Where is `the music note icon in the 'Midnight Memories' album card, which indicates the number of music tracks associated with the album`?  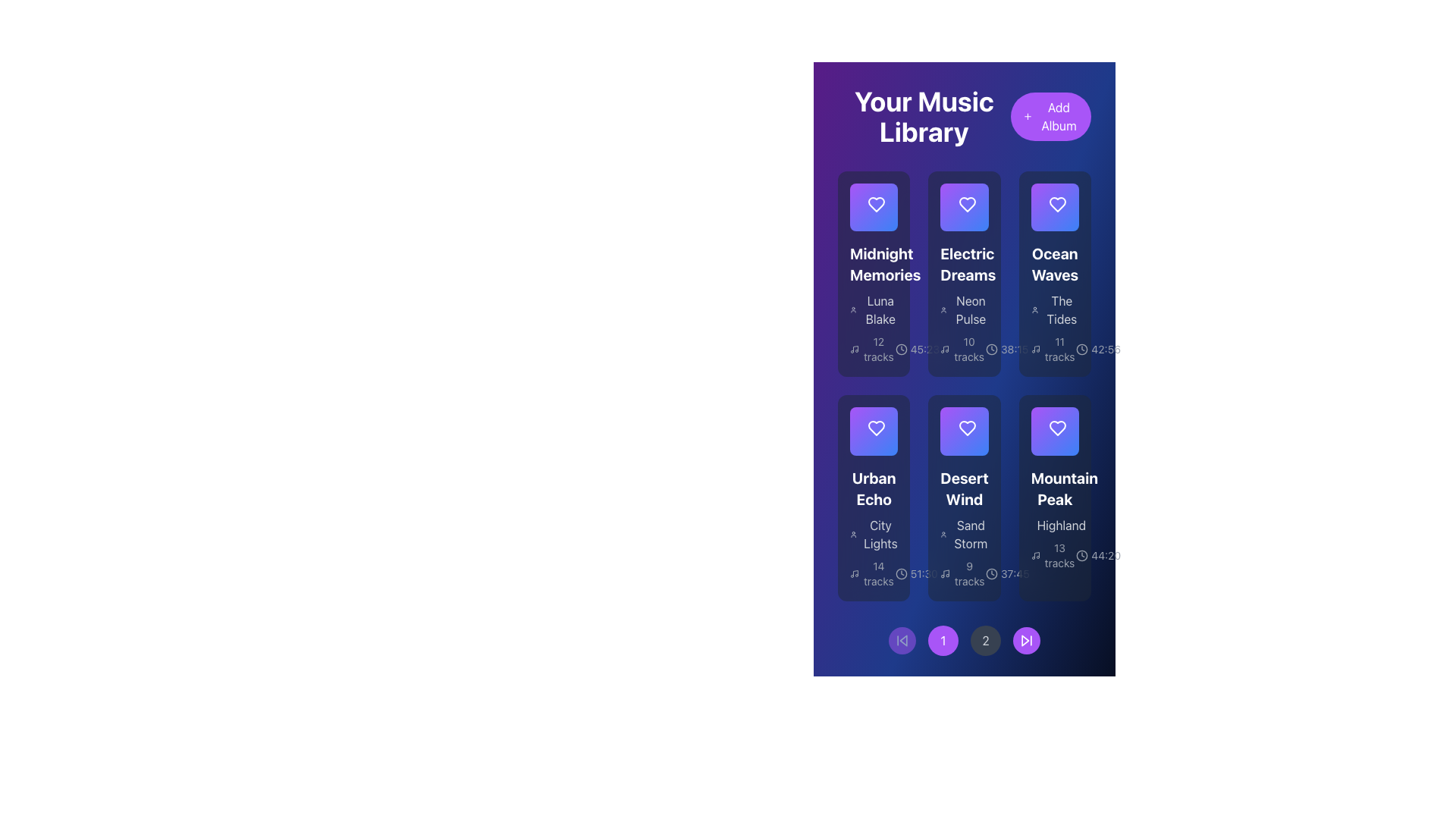 the music note icon in the 'Midnight Memories' album card, which indicates the number of music tracks associated with the album is located at coordinates (855, 350).